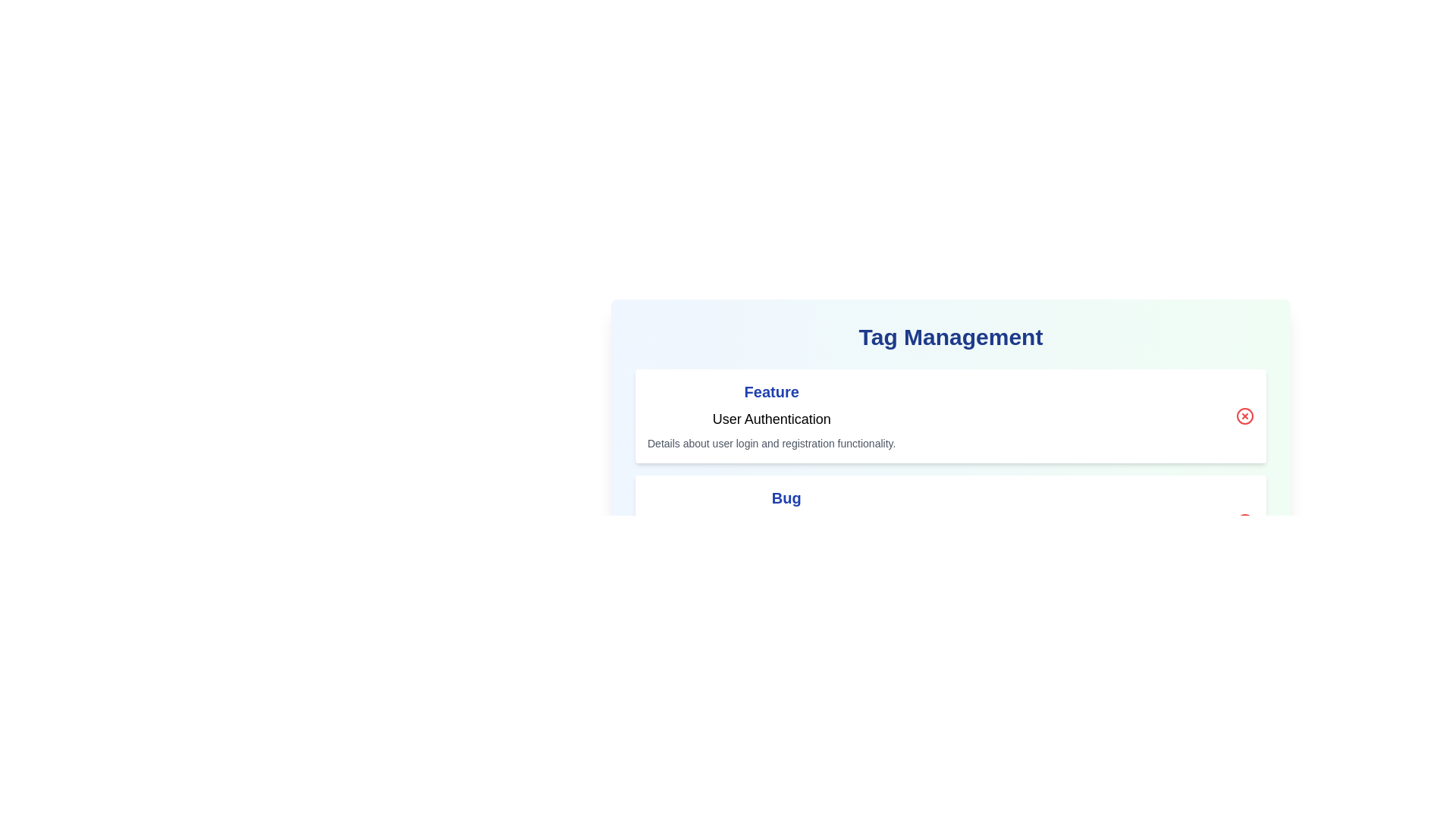 This screenshot has width=1456, height=819. I want to click on the close icon located in the right section of the white rectangular card labeled 'Feature: User Authentication' in the 'Tag Management' interface, so click(1244, 416).